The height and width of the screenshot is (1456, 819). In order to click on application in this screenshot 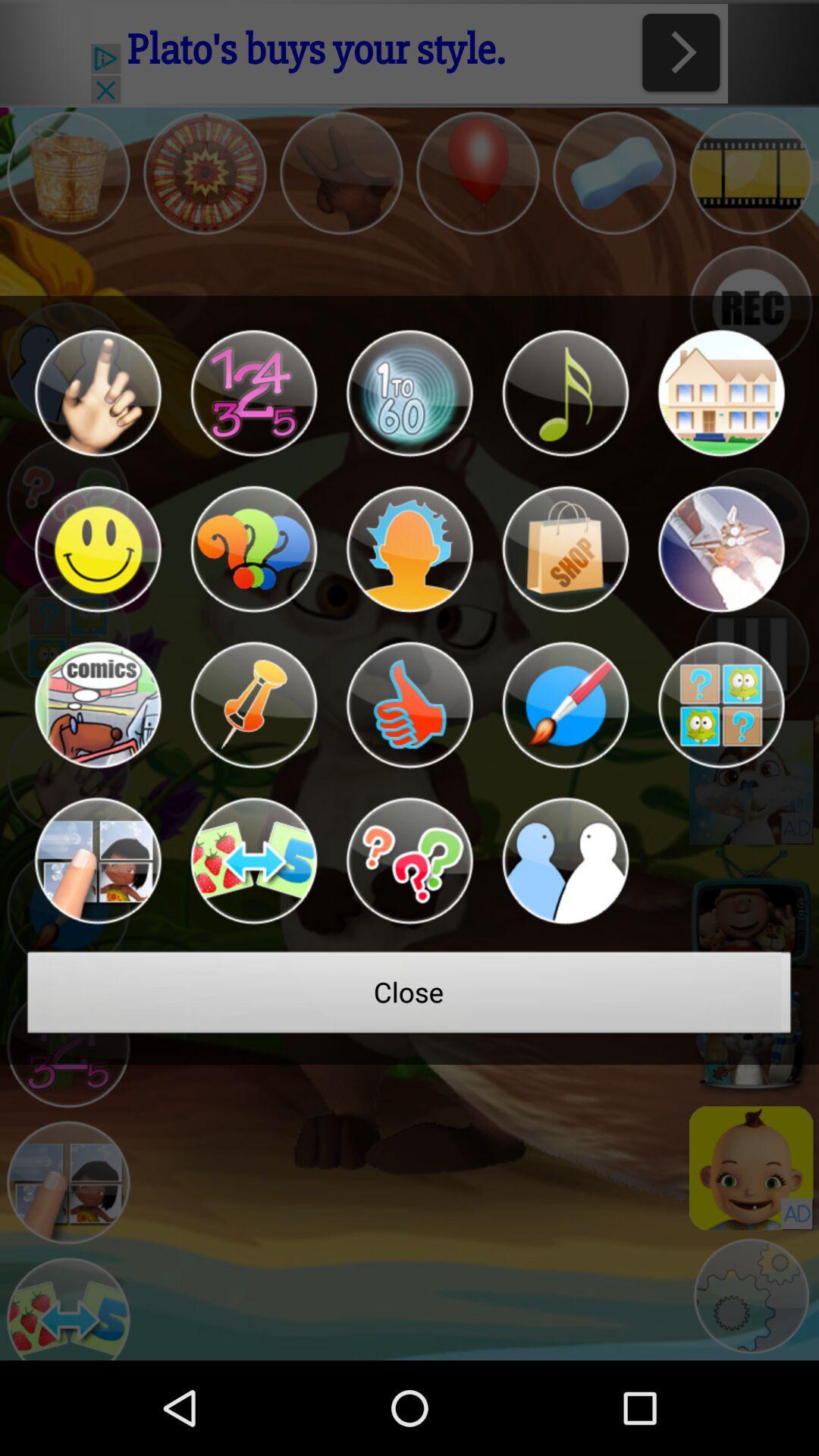, I will do `click(97, 704)`.